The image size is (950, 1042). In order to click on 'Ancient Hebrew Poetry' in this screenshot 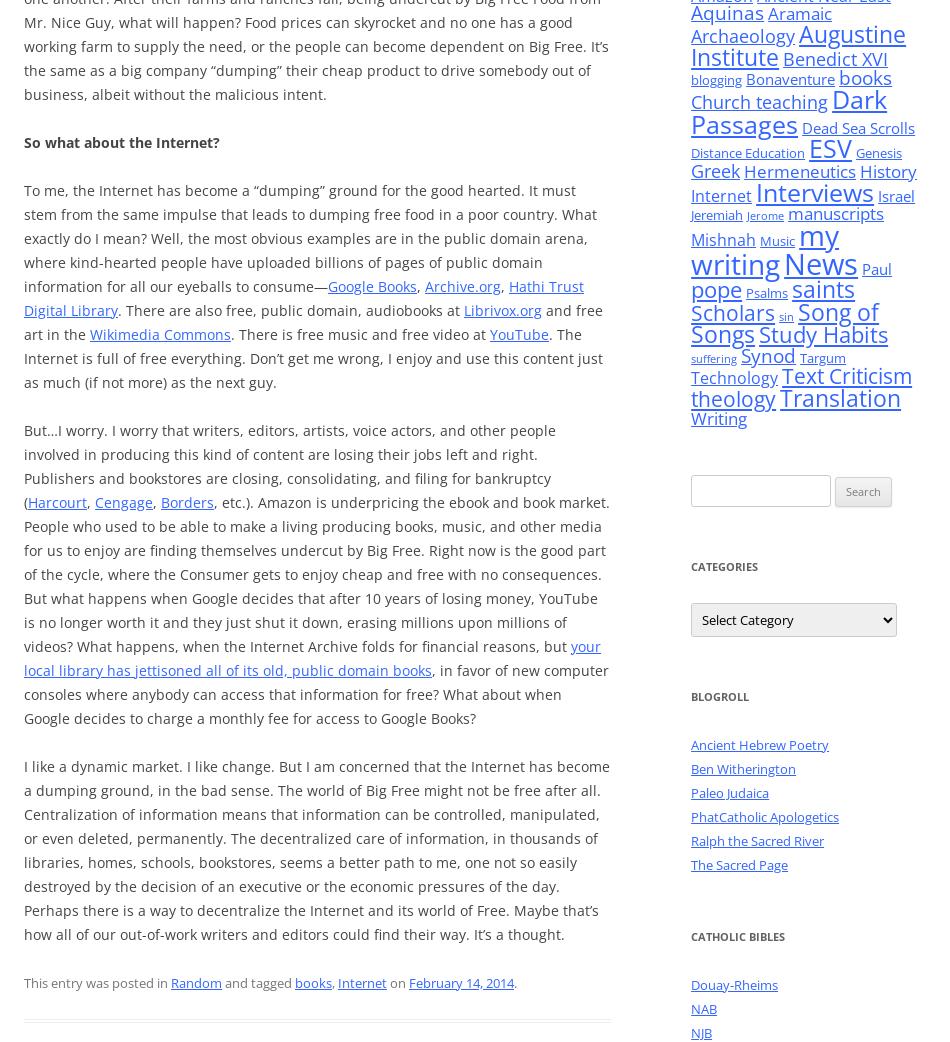, I will do `click(691, 744)`.